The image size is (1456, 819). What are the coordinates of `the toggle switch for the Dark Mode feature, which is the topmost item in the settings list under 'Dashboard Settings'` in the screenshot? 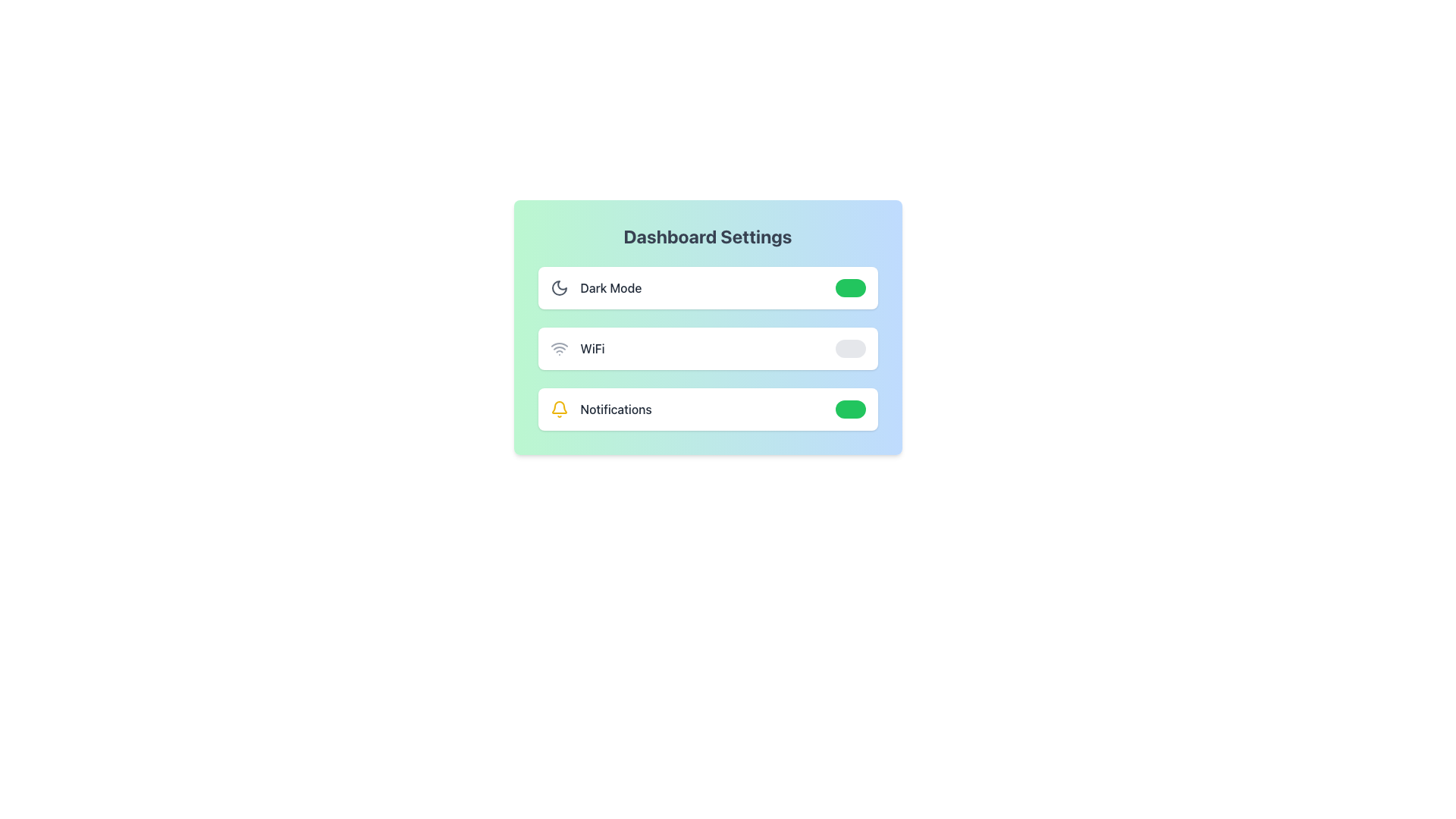 It's located at (707, 288).